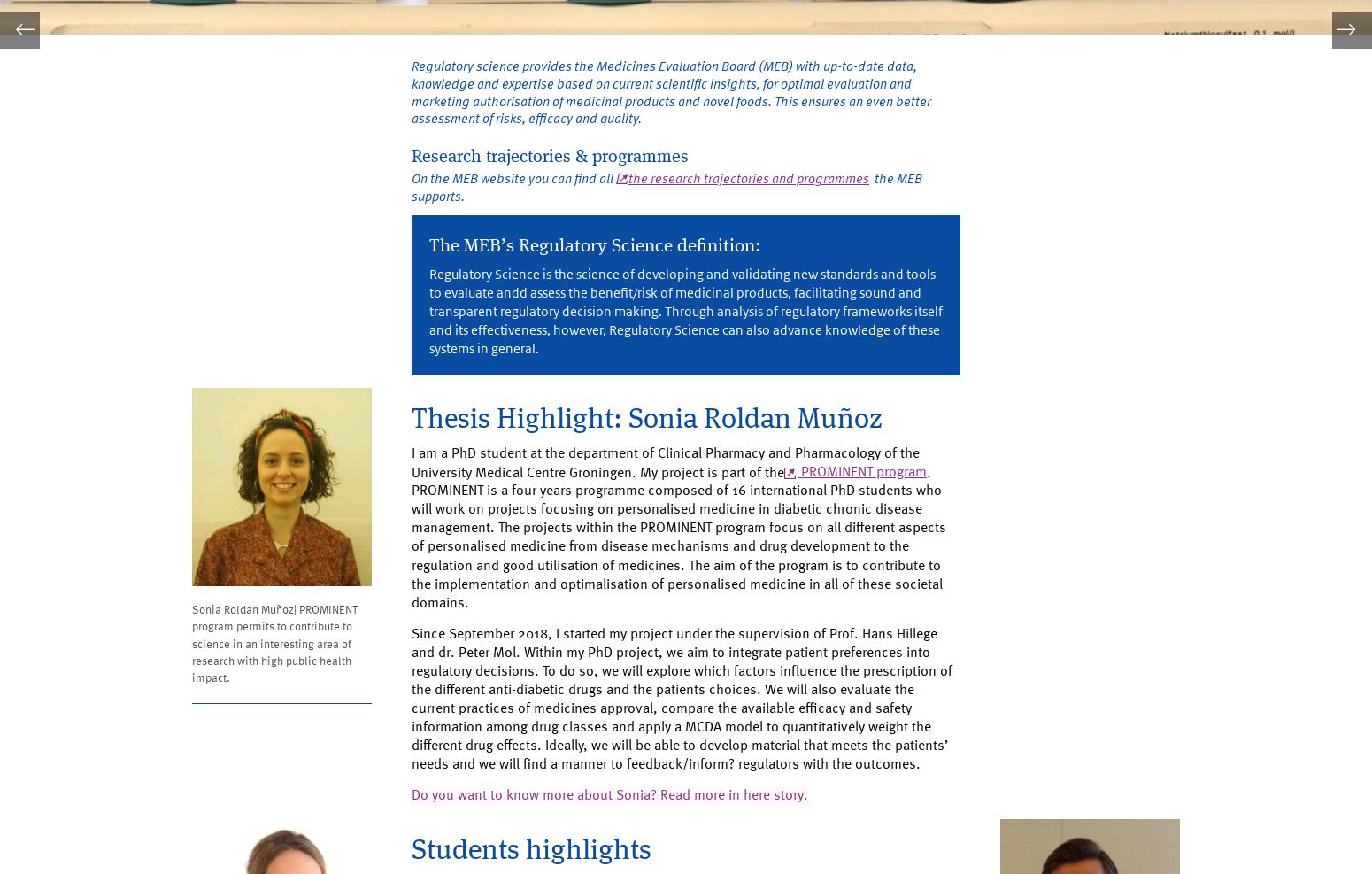  I want to click on 'PROMINENT program', so click(659, 503).